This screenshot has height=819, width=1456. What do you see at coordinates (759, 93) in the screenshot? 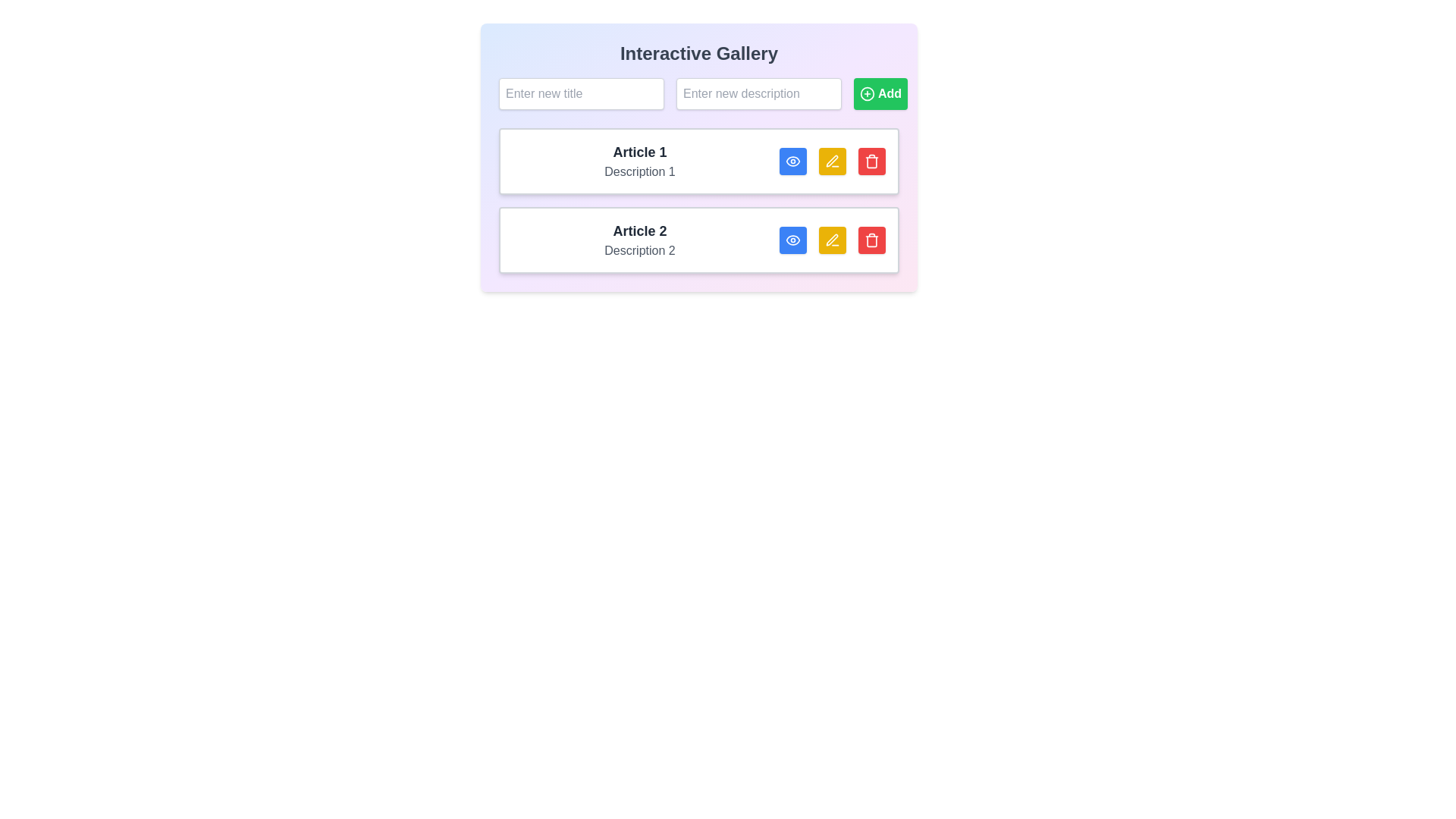
I see `the text input field that allows users to enter or modify the description of an item, positioned between the 'Enter new title' input and the 'Add' button` at bounding box center [759, 93].